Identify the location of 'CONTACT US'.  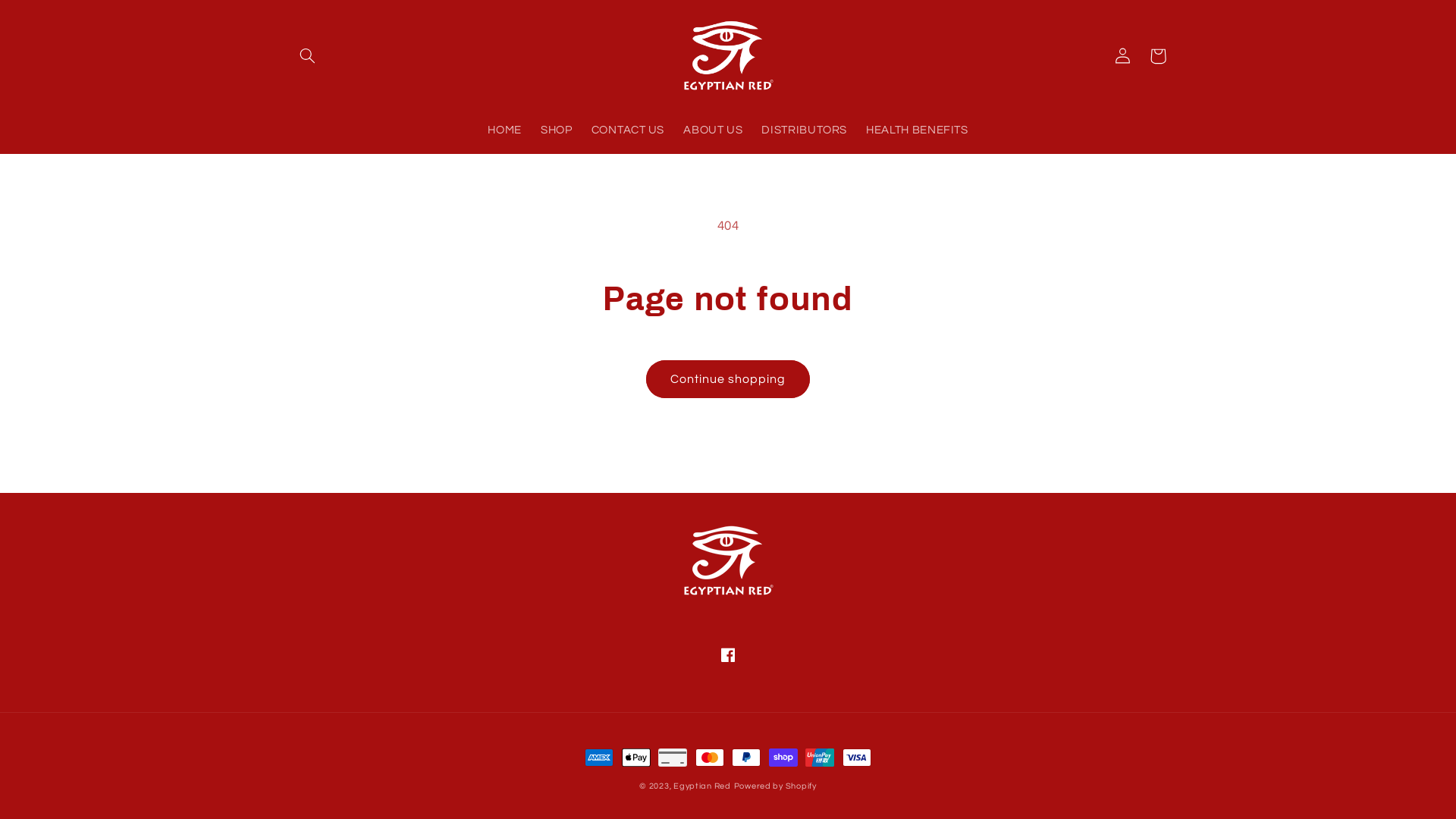
(628, 130).